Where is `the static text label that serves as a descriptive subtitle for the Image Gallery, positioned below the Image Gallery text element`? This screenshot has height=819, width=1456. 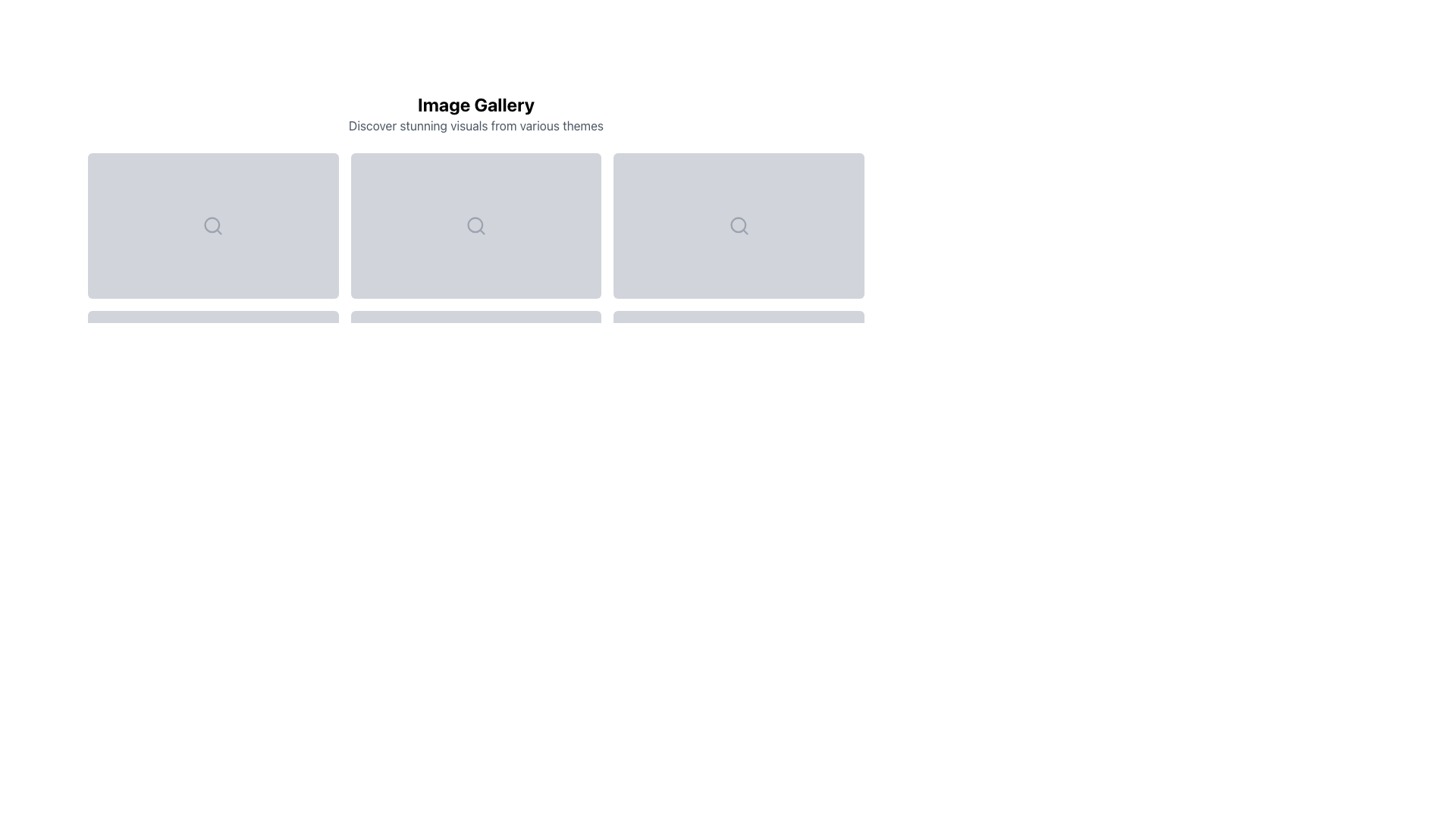 the static text label that serves as a descriptive subtitle for the Image Gallery, positioned below the Image Gallery text element is located at coordinates (475, 124).